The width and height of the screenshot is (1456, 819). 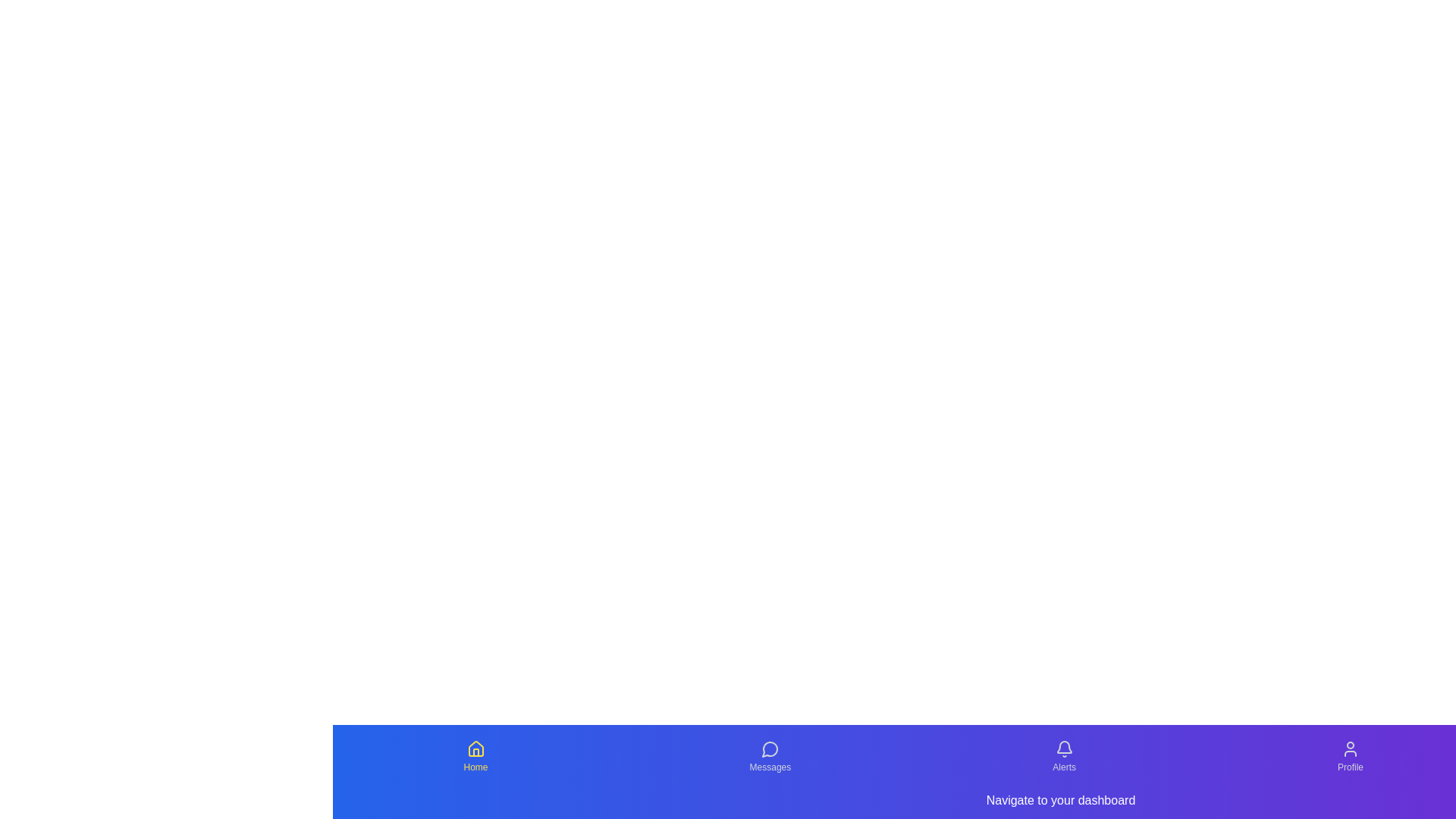 I want to click on the Messages tab from the navigation menu, so click(x=770, y=757).